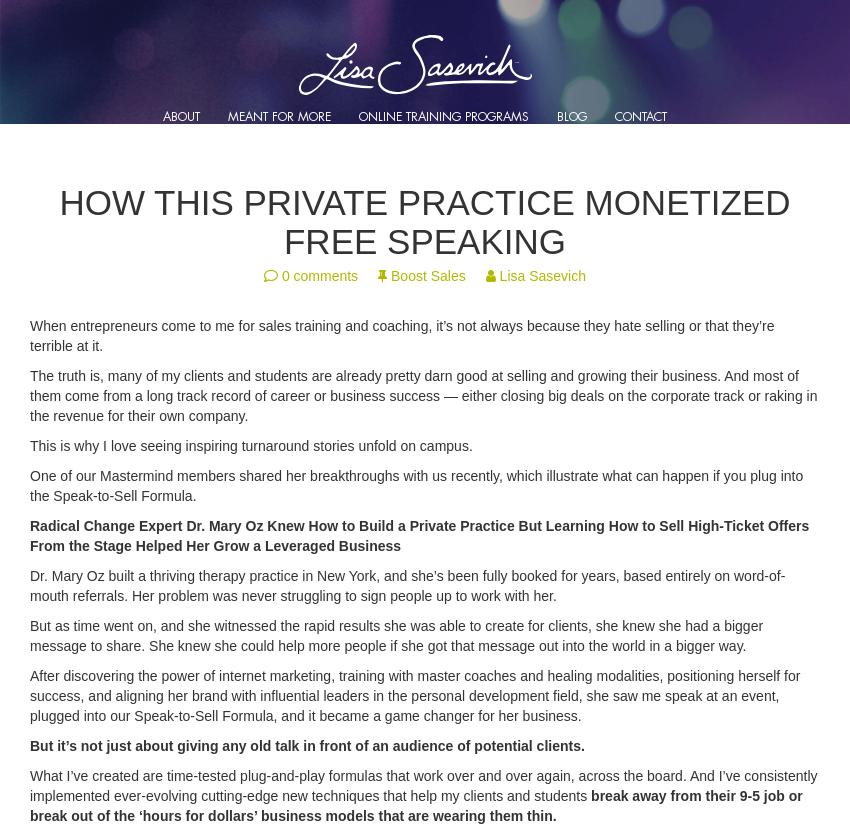 This screenshot has height=836, width=850. What do you see at coordinates (407, 585) in the screenshot?
I see `'Dr. Mary Oz built a thriving therapy practice in New York, and she’s been fully booked for years, based entirely on word-of-mouth referrals. Her problem was never struggling to sign people up to work with her.'` at bounding box center [407, 585].